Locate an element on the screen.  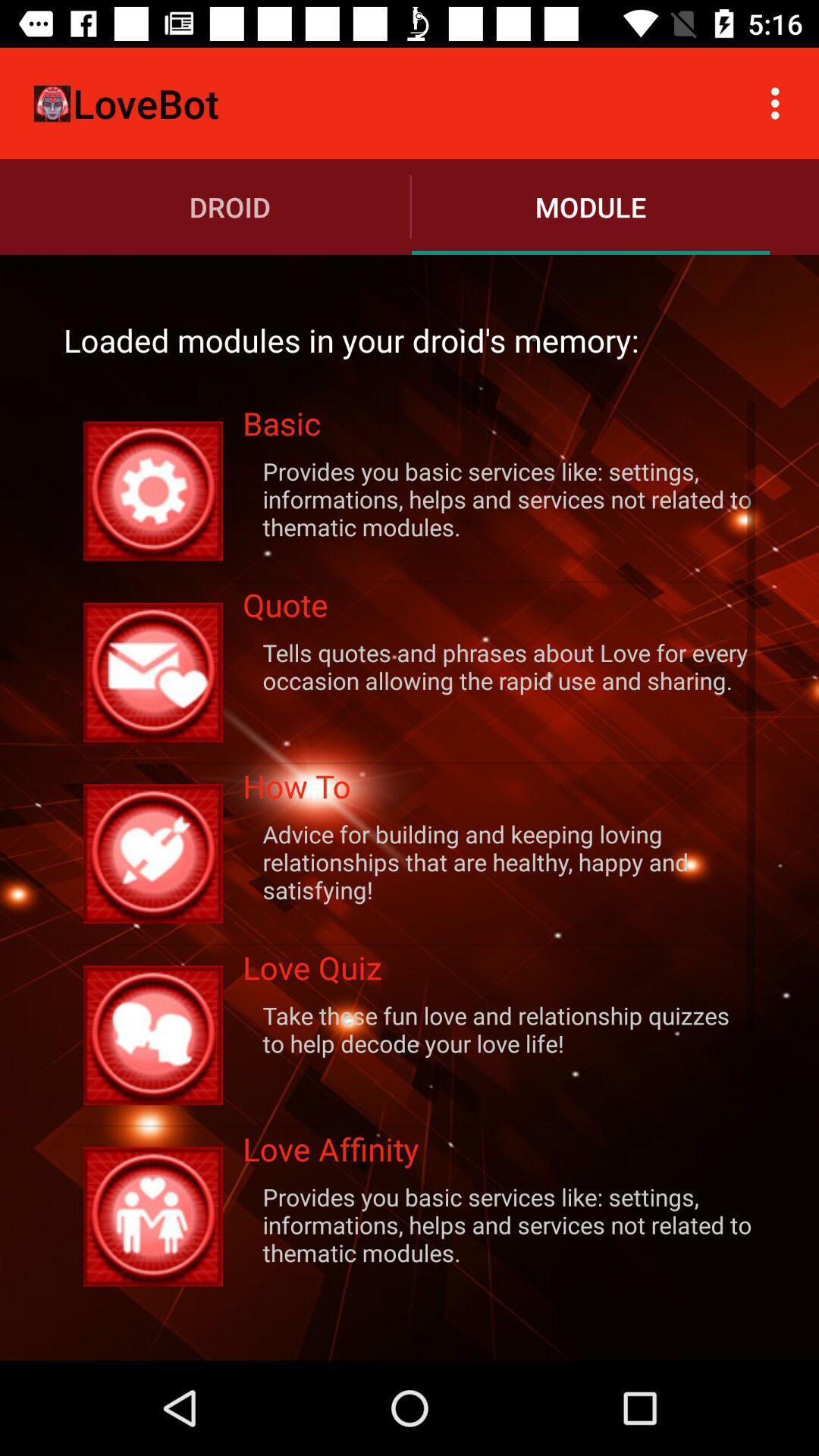
love affinity is located at coordinates (499, 1153).